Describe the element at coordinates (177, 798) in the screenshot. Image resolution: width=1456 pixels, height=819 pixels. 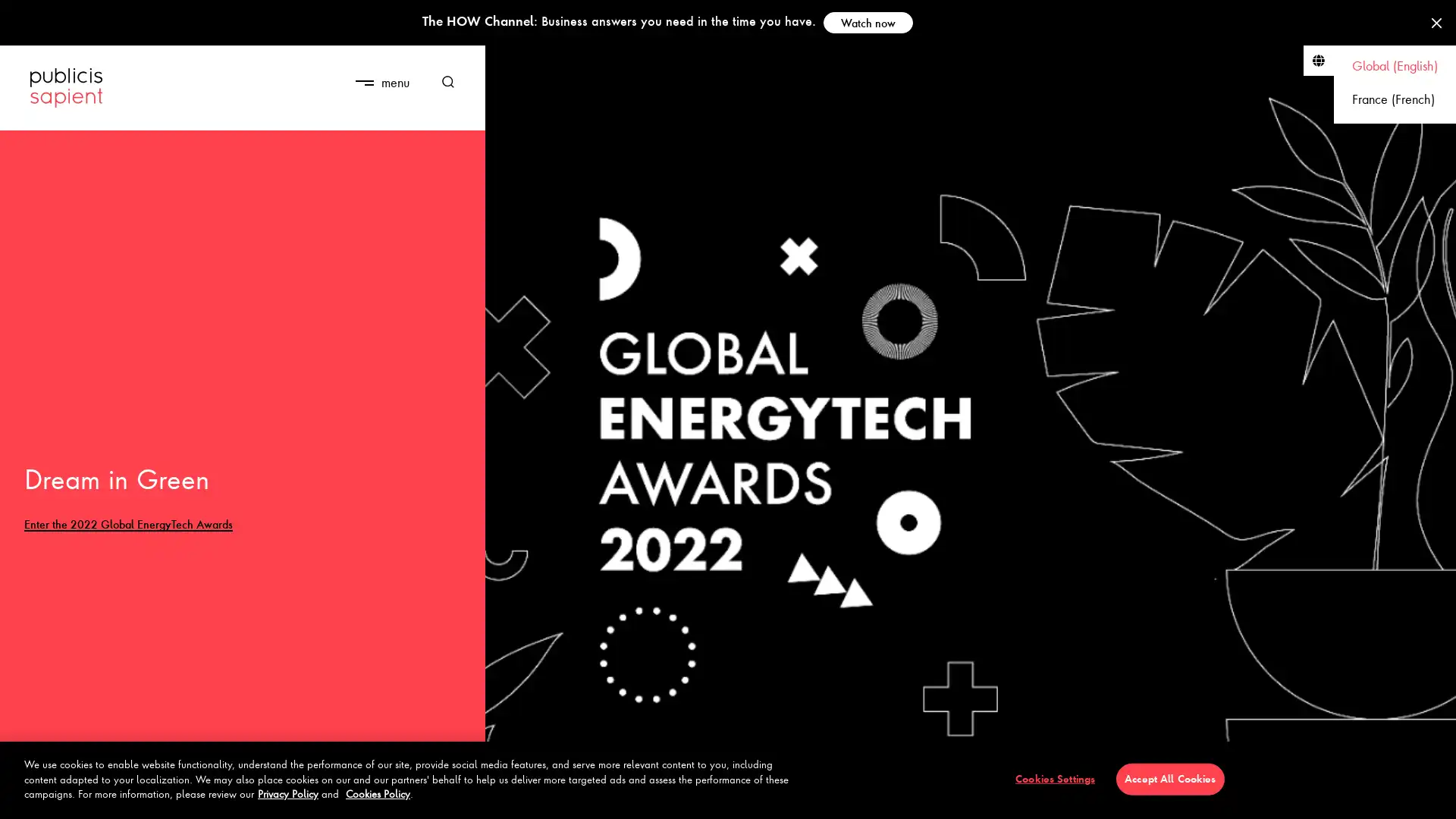
I see `Display Slide 7` at that location.